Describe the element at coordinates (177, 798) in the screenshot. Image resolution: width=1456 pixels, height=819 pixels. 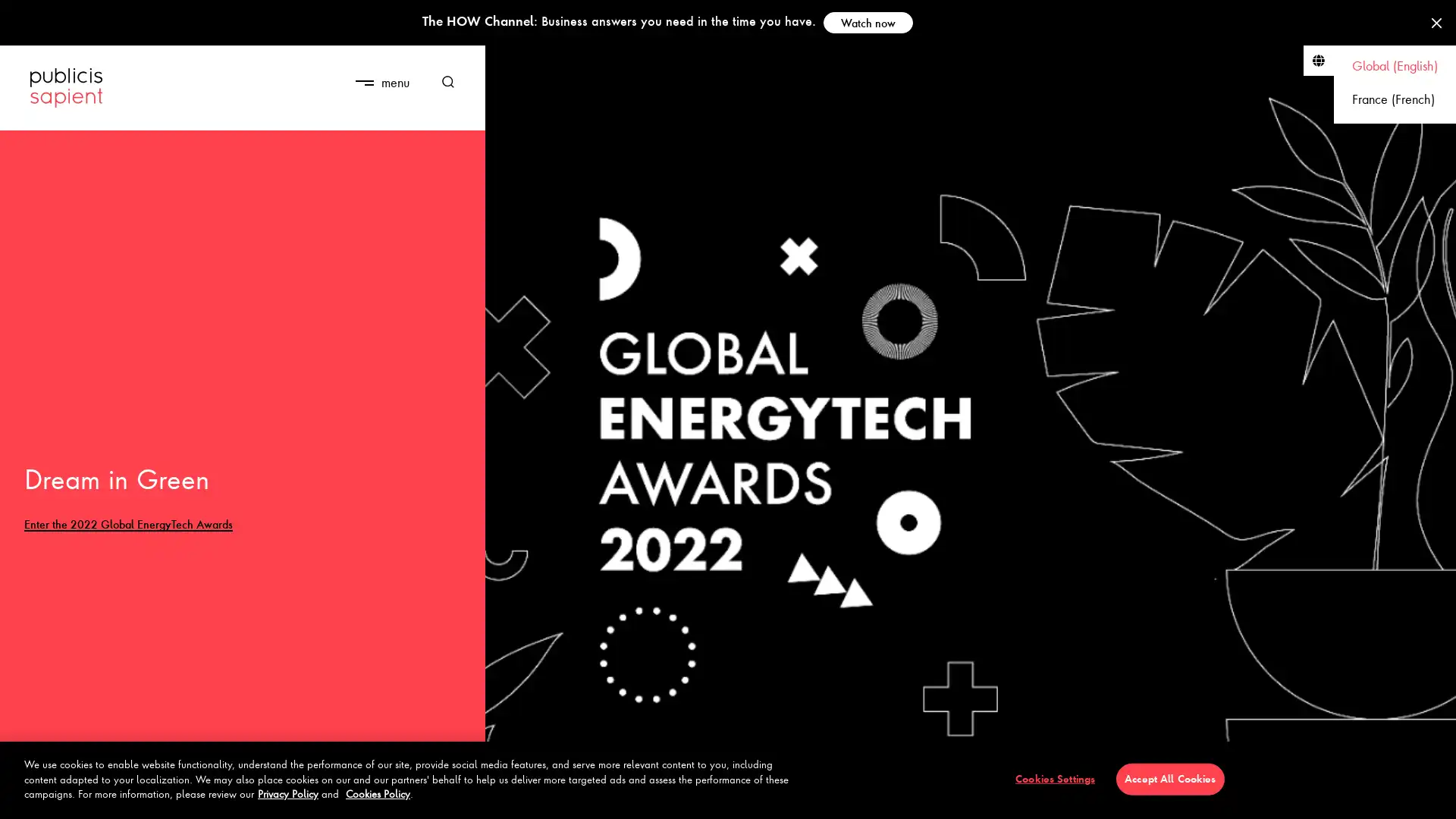
I see `Display Slide 7` at that location.